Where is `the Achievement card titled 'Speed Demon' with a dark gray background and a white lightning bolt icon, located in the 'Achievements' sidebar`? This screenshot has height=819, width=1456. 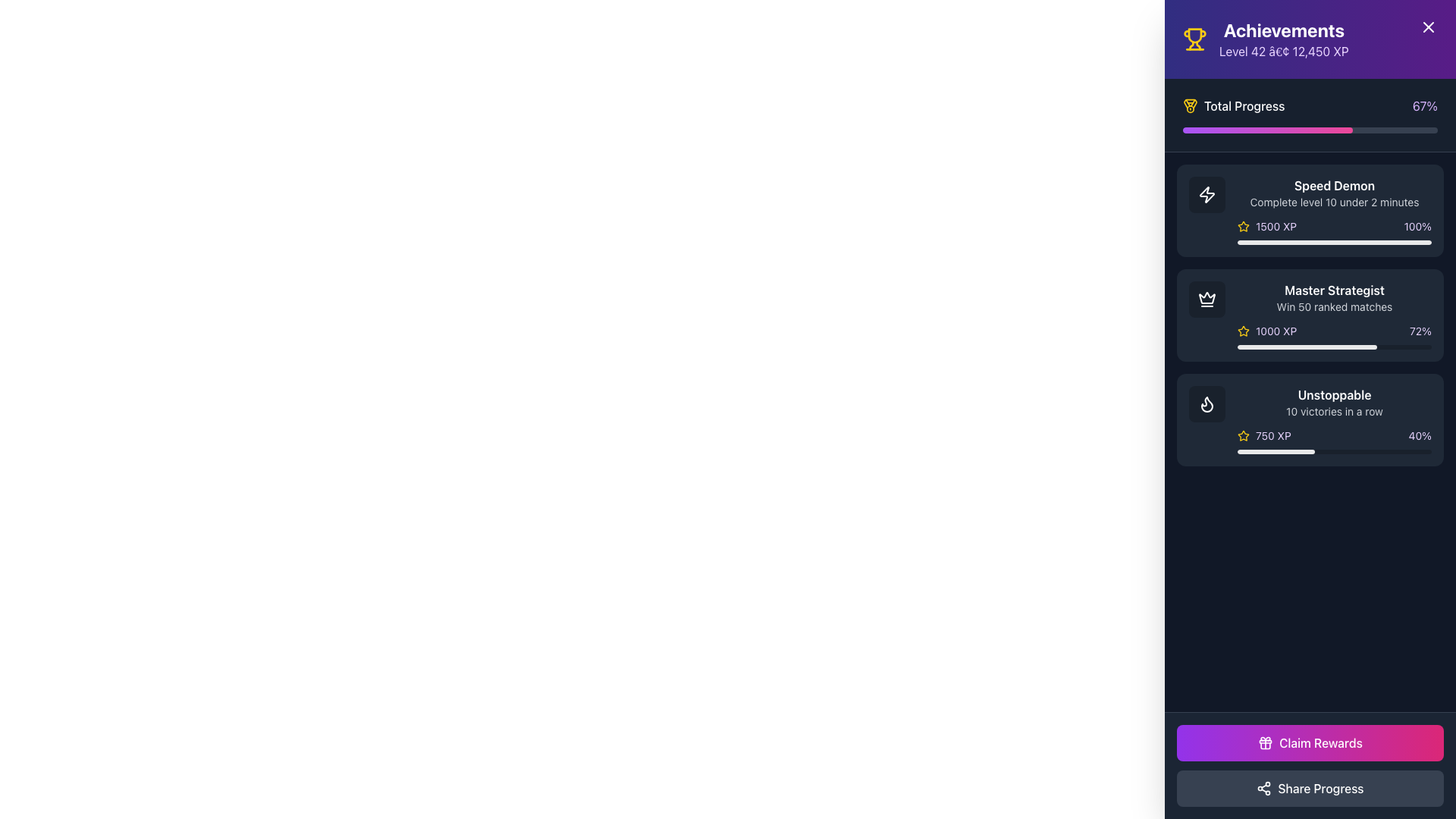 the Achievement card titled 'Speed Demon' with a dark gray background and a white lightning bolt icon, located in the 'Achievements' sidebar is located at coordinates (1310, 210).